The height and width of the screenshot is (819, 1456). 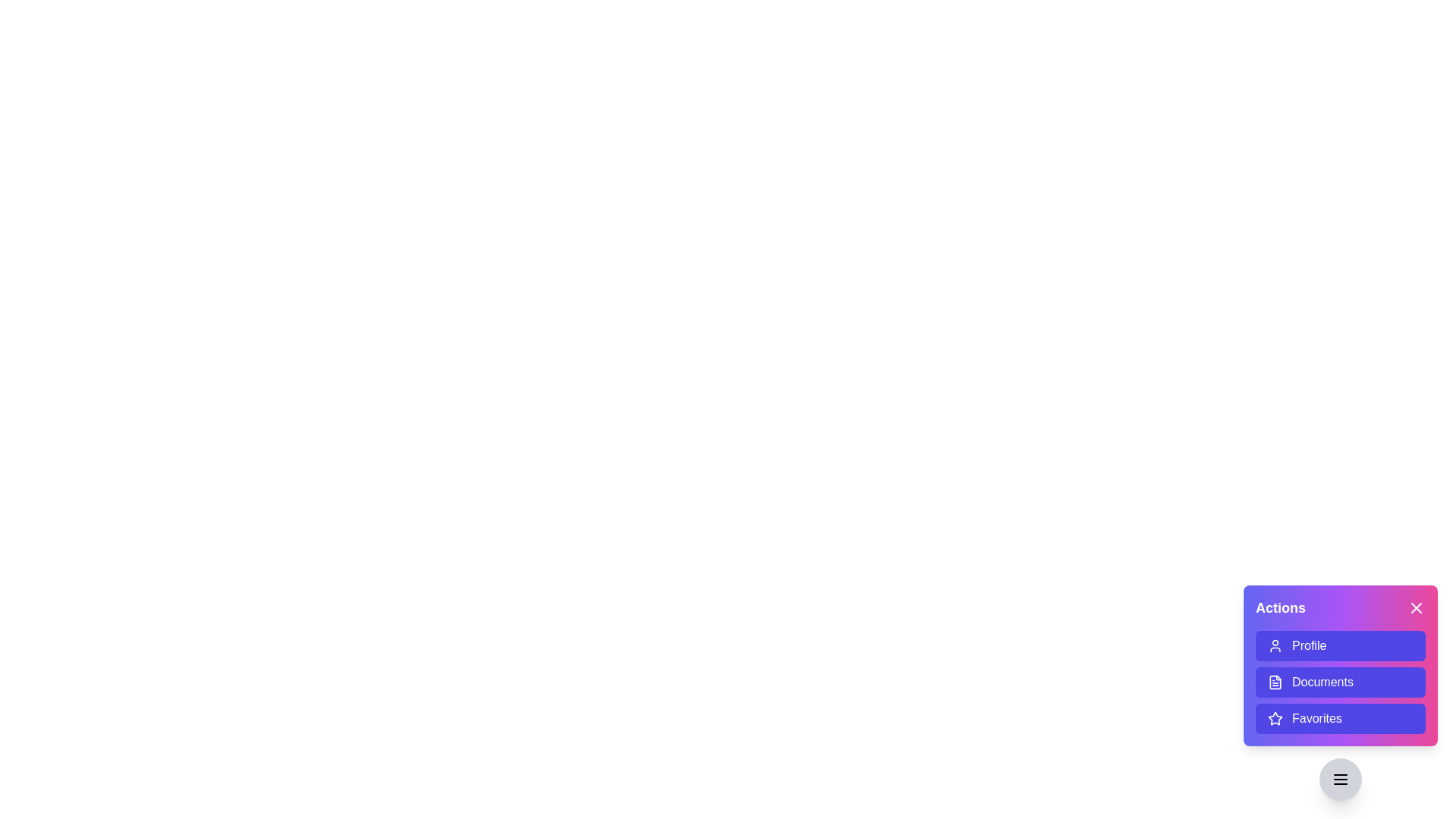 I want to click on the 'Favorites' button in the 'Actions' panel, so click(x=1340, y=718).